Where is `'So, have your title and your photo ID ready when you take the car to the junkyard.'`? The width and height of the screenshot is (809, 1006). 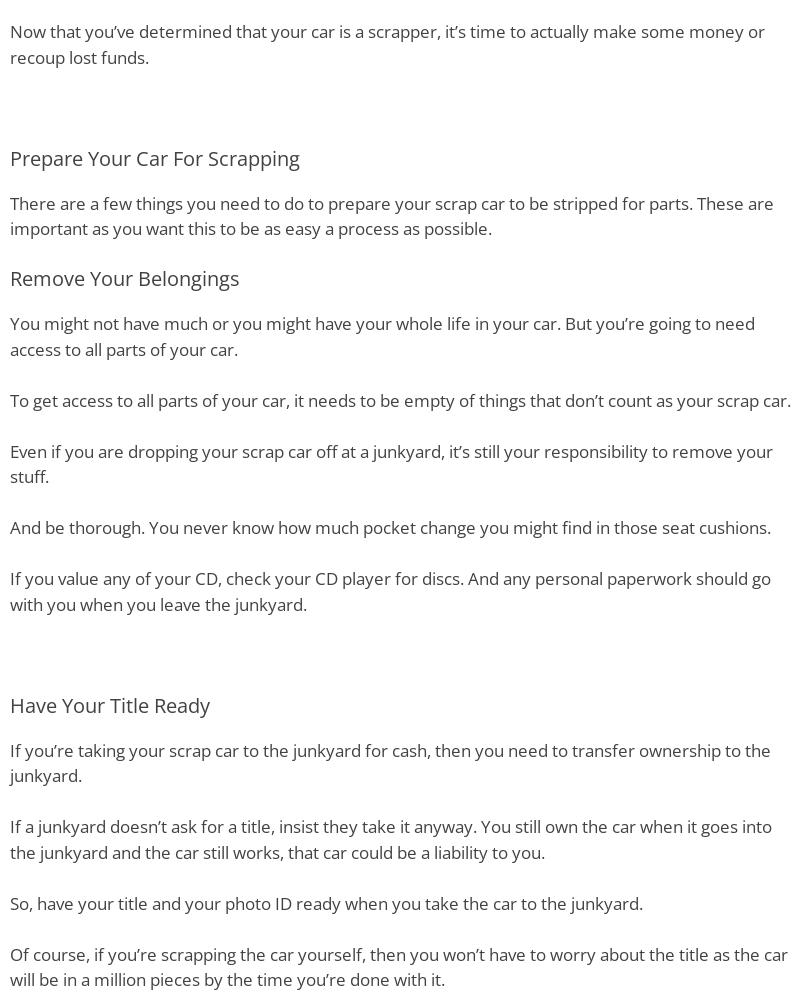 'So, have your title and your photo ID ready when you take the car to the junkyard.' is located at coordinates (326, 901).